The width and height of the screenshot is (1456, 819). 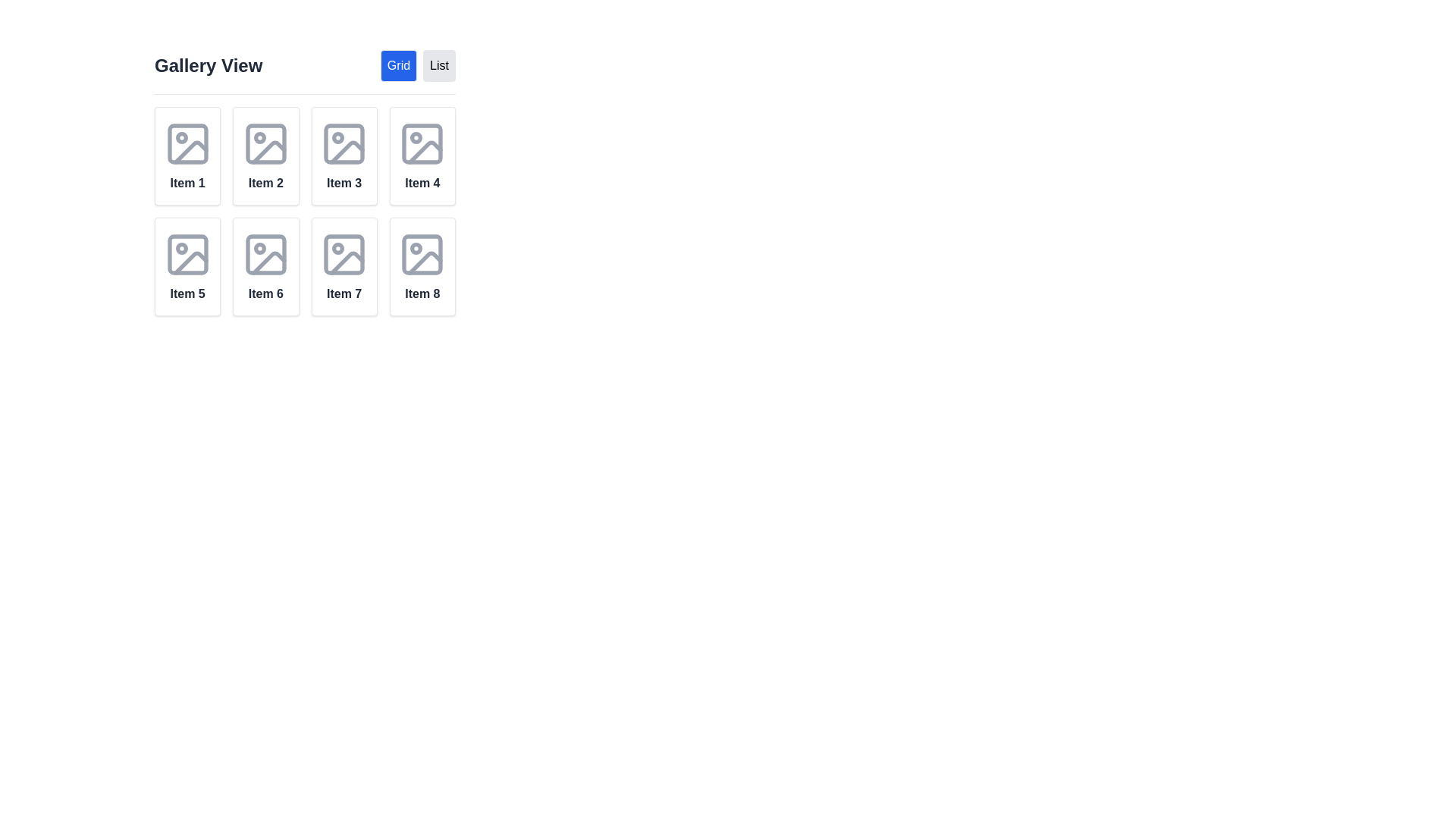 What do you see at coordinates (438, 65) in the screenshot?
I see `the rectangular 'List' button with a light gray background and black text` at bounding box center [438, 65].